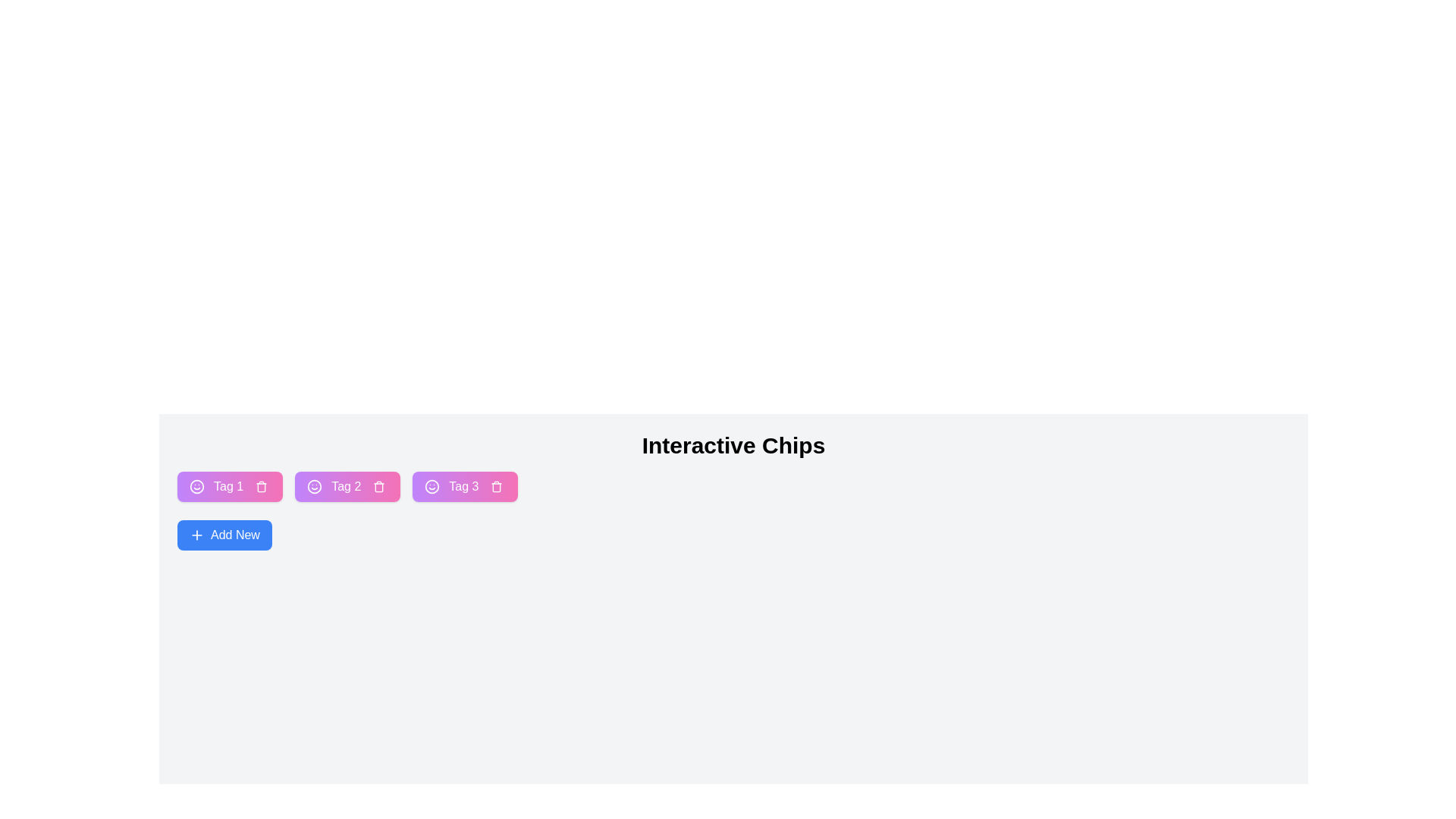 This screenshot has height=819, width=1456. I want to click on the 'Add New' button to add a new chip, so click(224, 534).